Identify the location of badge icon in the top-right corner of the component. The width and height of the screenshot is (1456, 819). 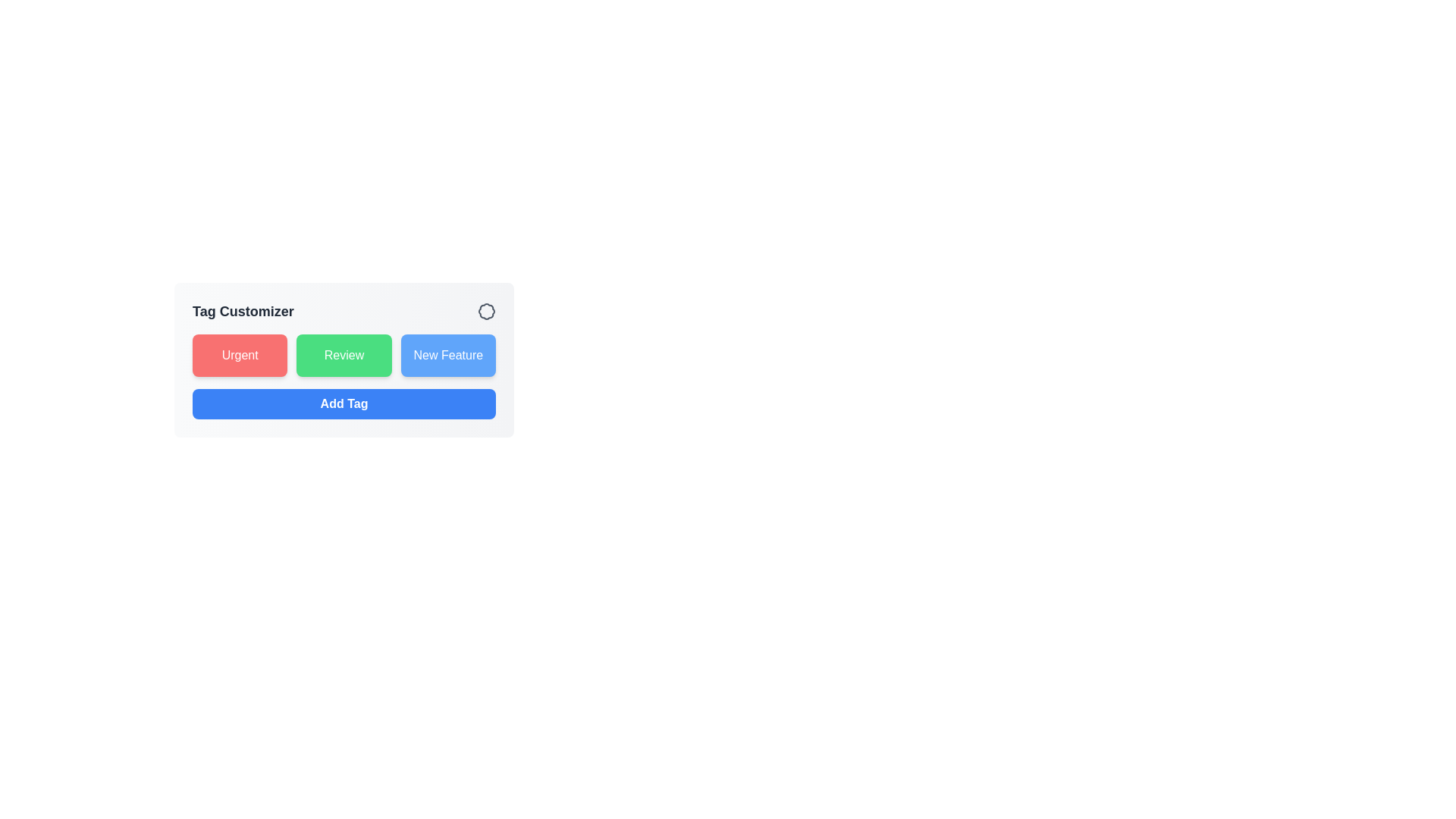
(487, 311).